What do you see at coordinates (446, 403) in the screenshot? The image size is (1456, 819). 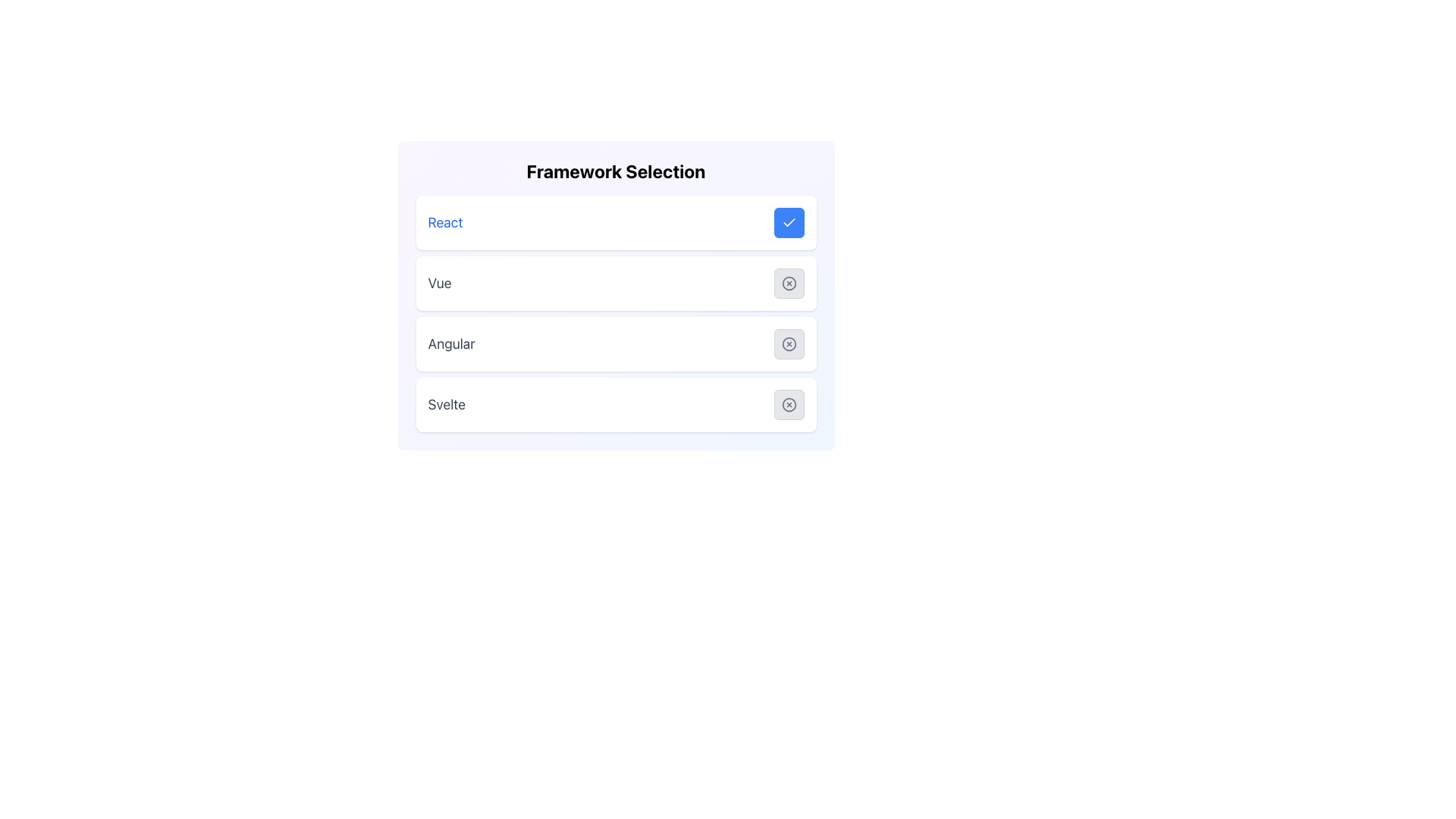 I see `the 'Svelte' text label within the fourth card of the vertically stacked list of framework names` at bounding box center [446, 403].